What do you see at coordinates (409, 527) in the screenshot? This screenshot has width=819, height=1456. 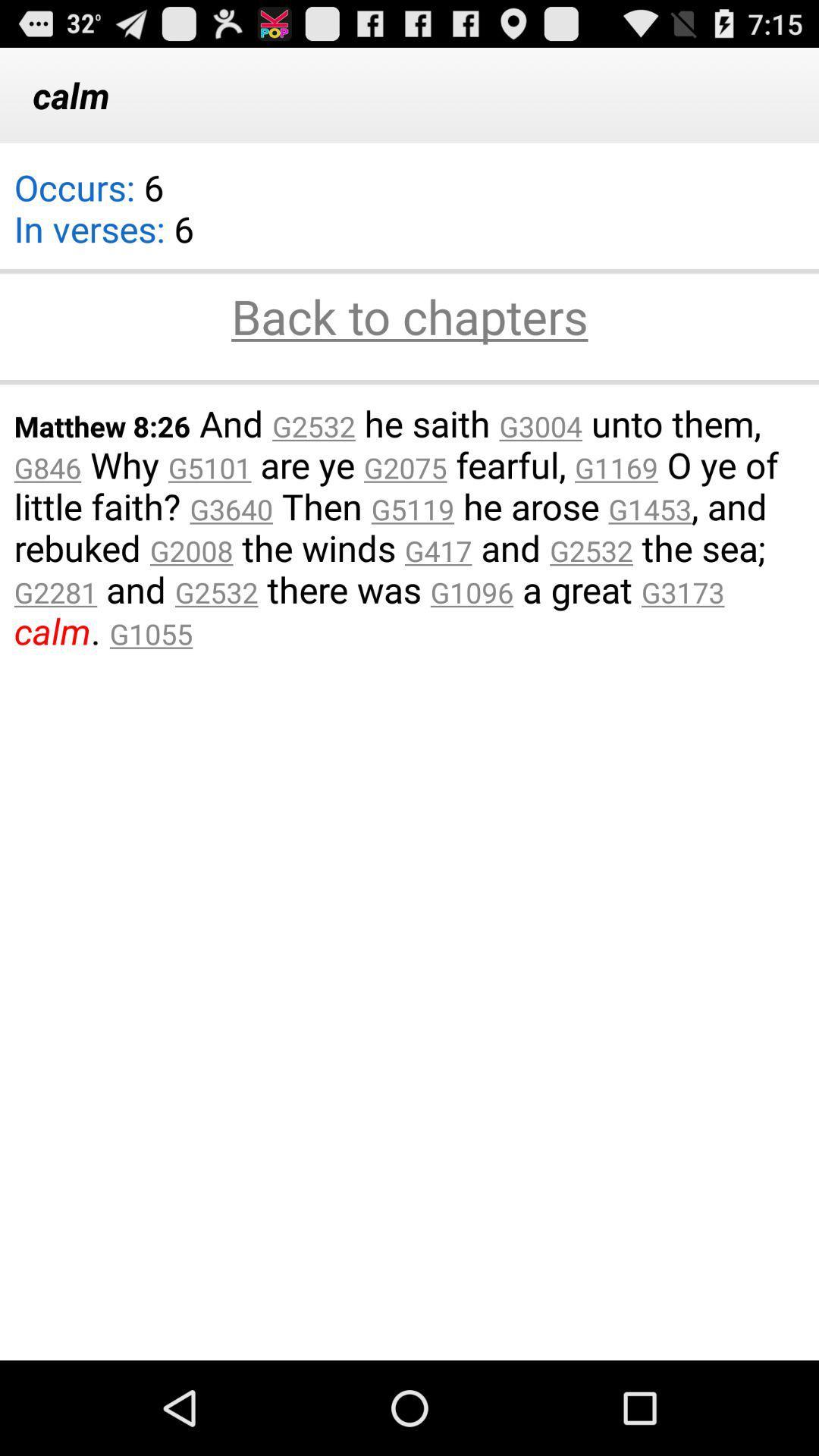 I see `matthew 8 26 icon` at bounding box center [409, 527].